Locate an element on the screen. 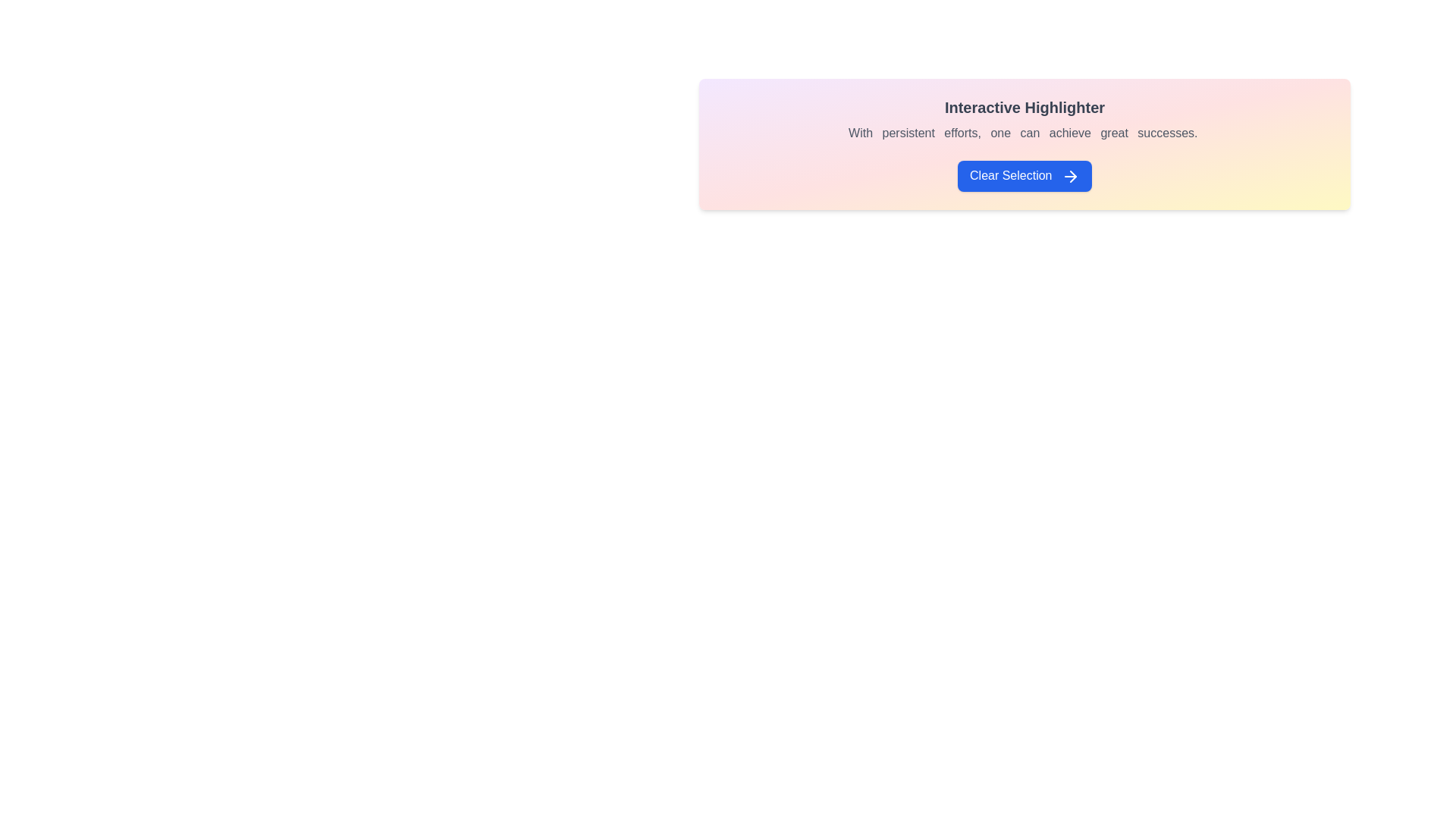 This screenshot has width=1456, height=819. the Text Label that is the seventh word in the sentence 'With persistent efforts, one can achieve great successes.' to change the background color is located at coordinates (1116, 132).